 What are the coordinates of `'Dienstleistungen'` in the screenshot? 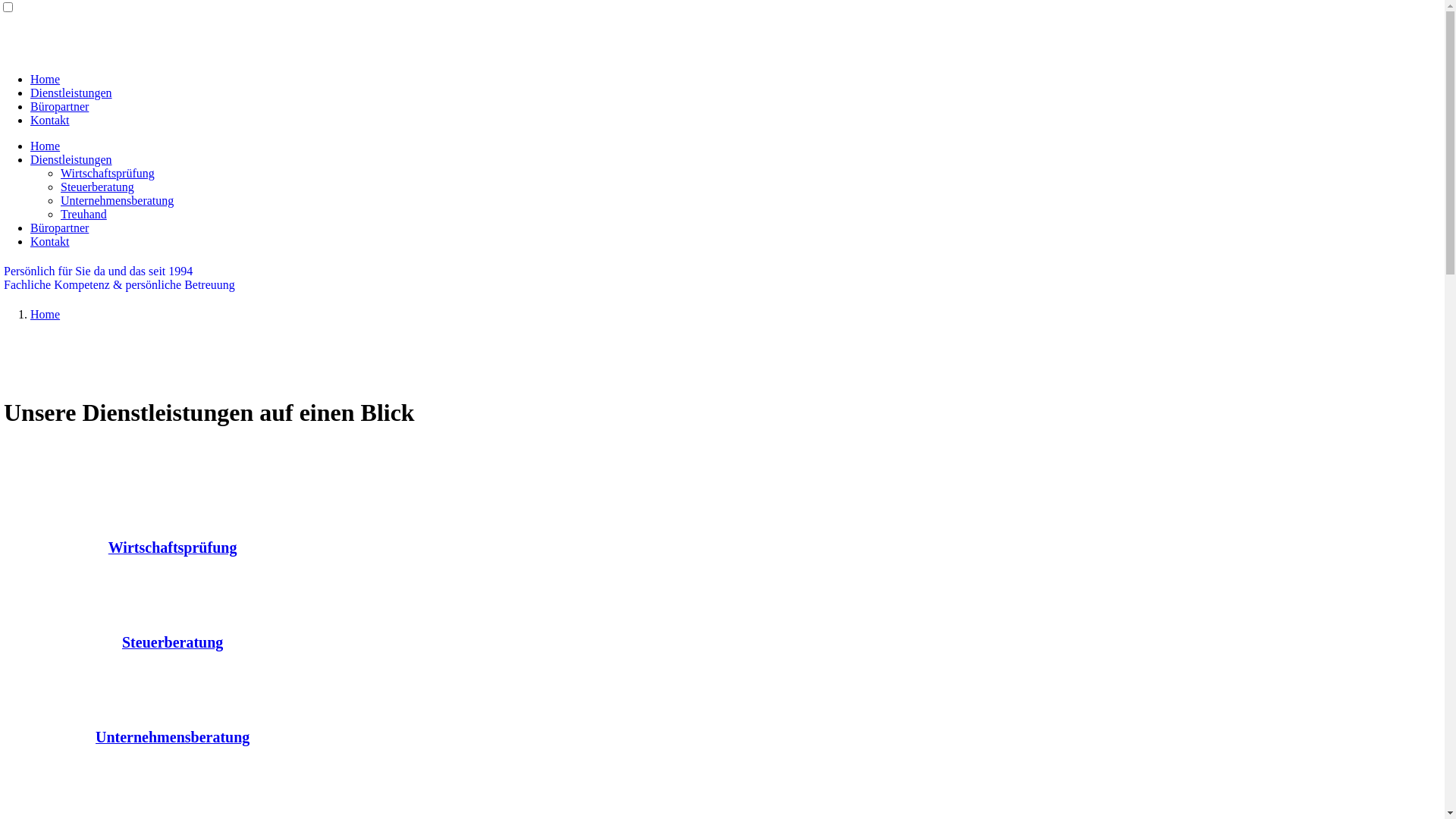 It's located at (71, 93).